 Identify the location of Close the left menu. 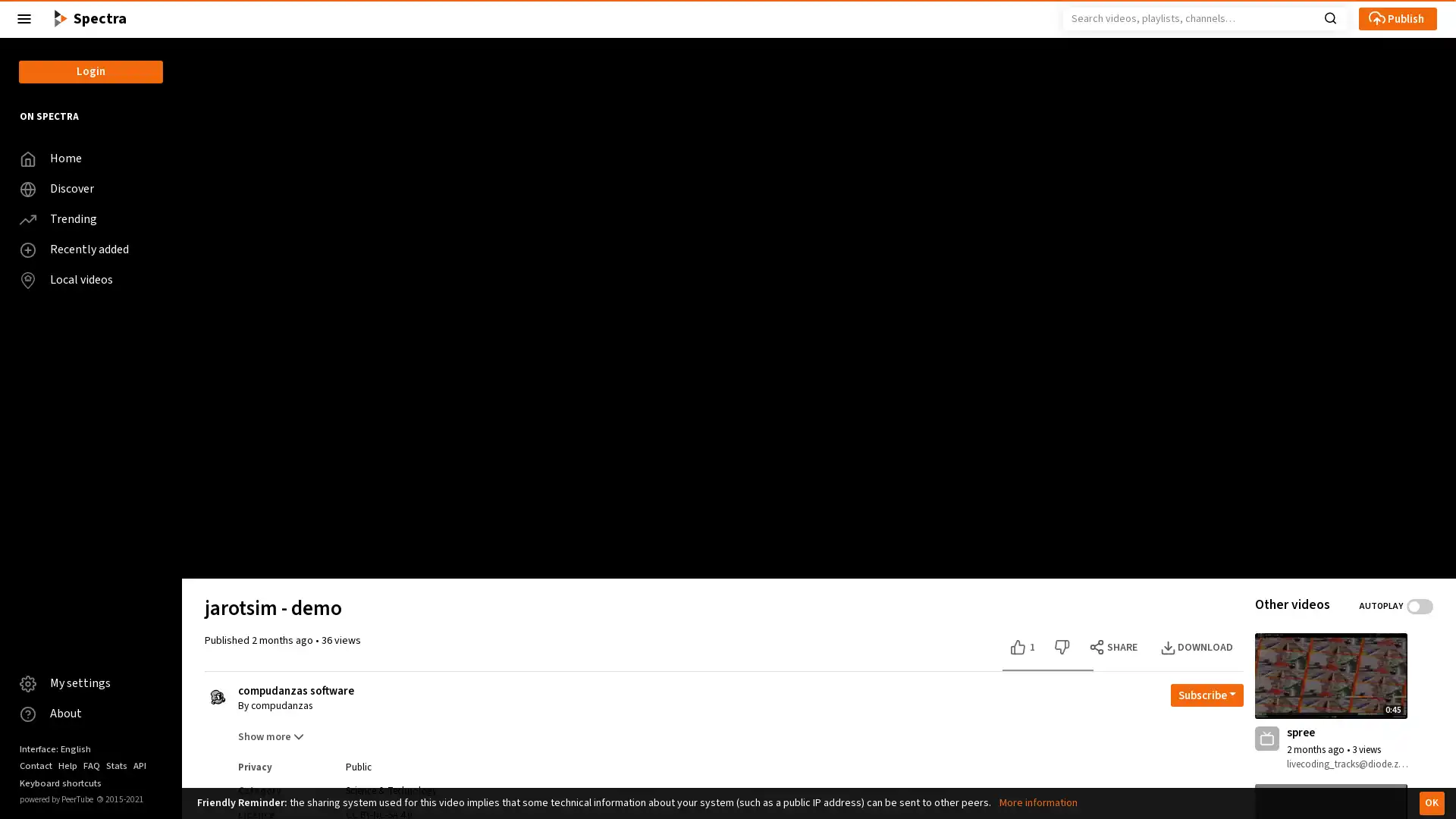
(24, 18).